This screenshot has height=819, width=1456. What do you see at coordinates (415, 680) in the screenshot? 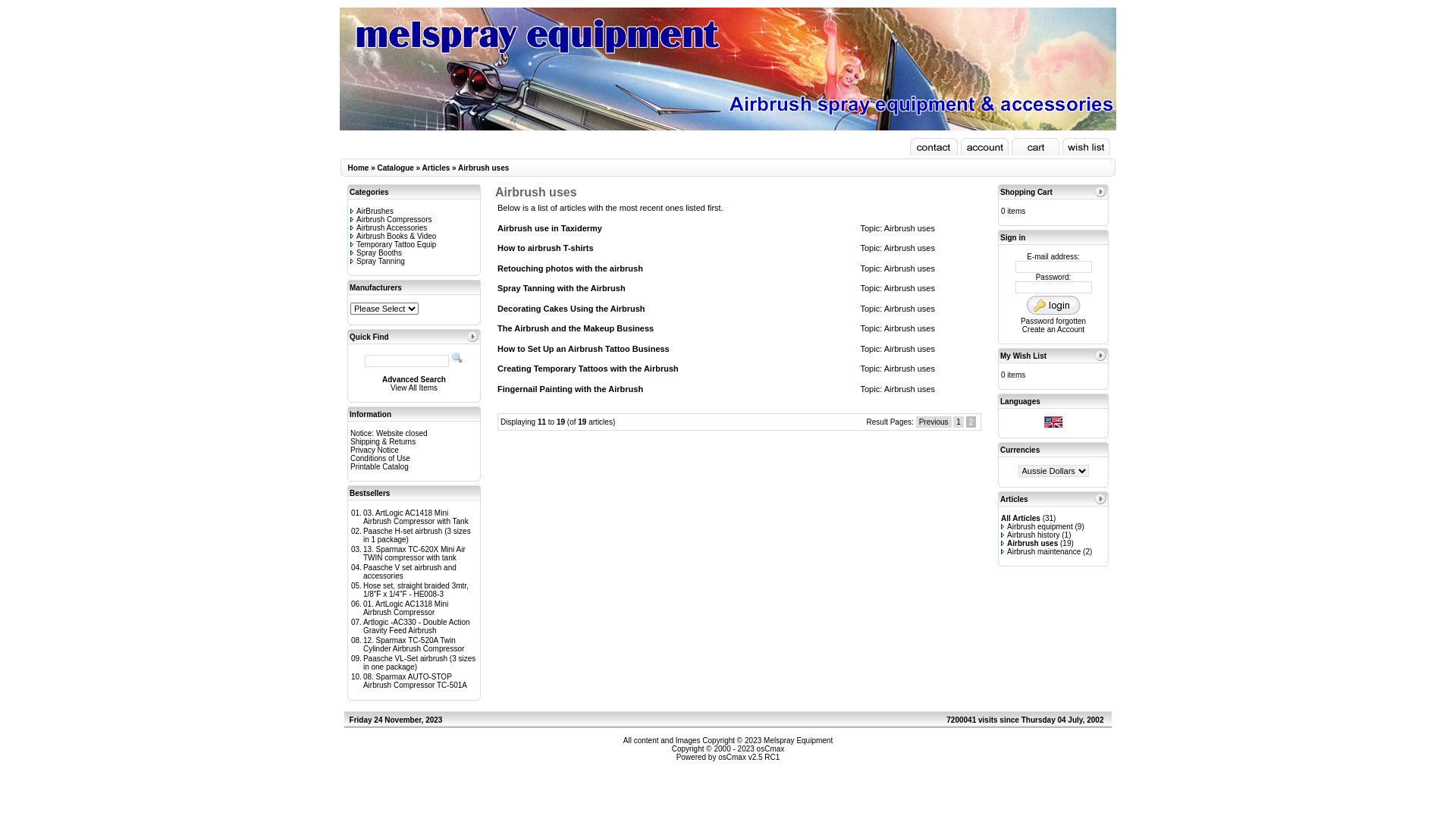
I see `'08. Sparmax AUTO-STOP Airbrush Compressor TC-501A'` at bounding box center [415, 680].